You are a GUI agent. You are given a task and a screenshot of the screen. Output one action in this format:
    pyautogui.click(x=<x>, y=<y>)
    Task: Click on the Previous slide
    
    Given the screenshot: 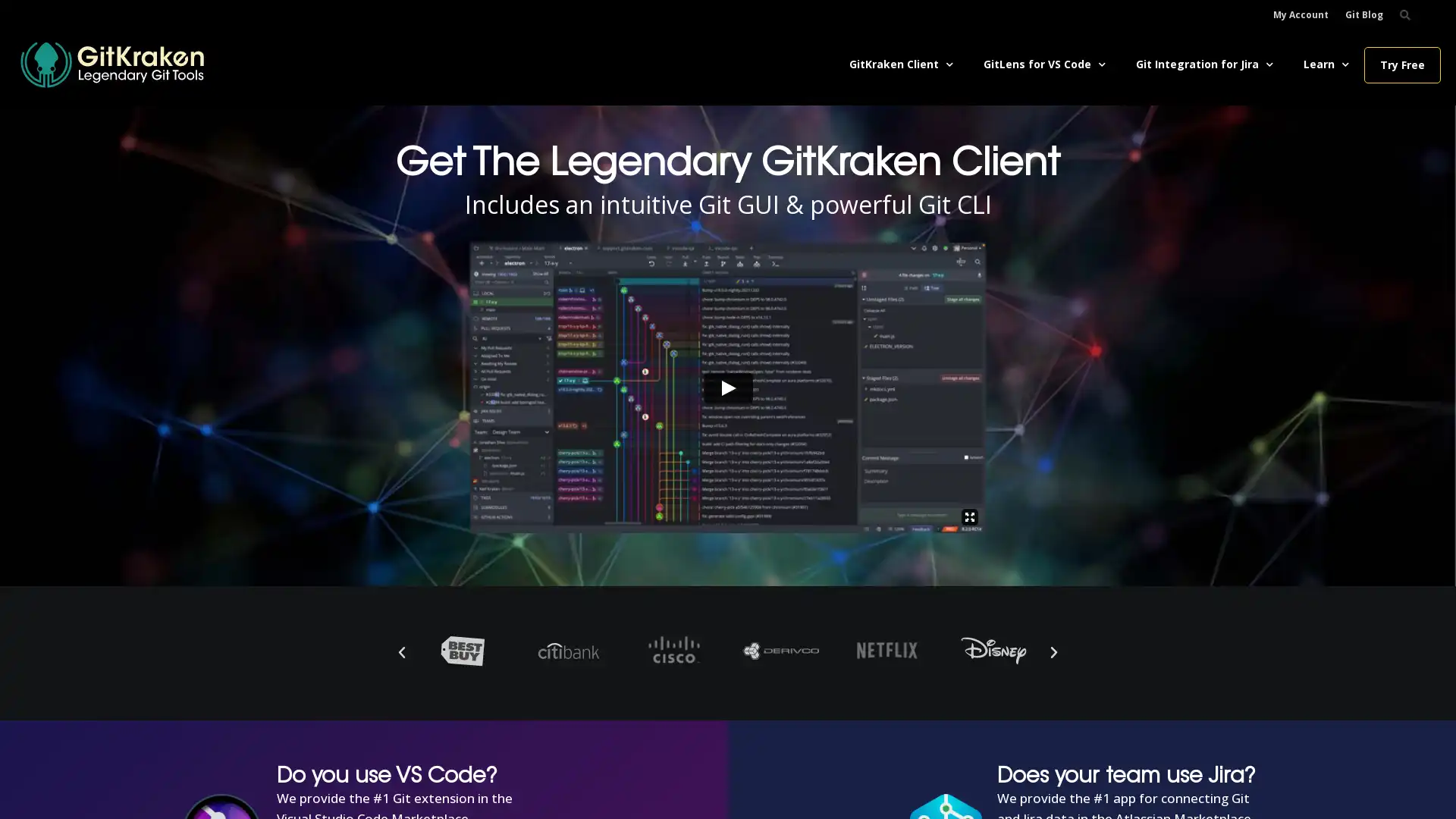 What is the action you would take?
    pyautogui.click(x=401, y=651)
    